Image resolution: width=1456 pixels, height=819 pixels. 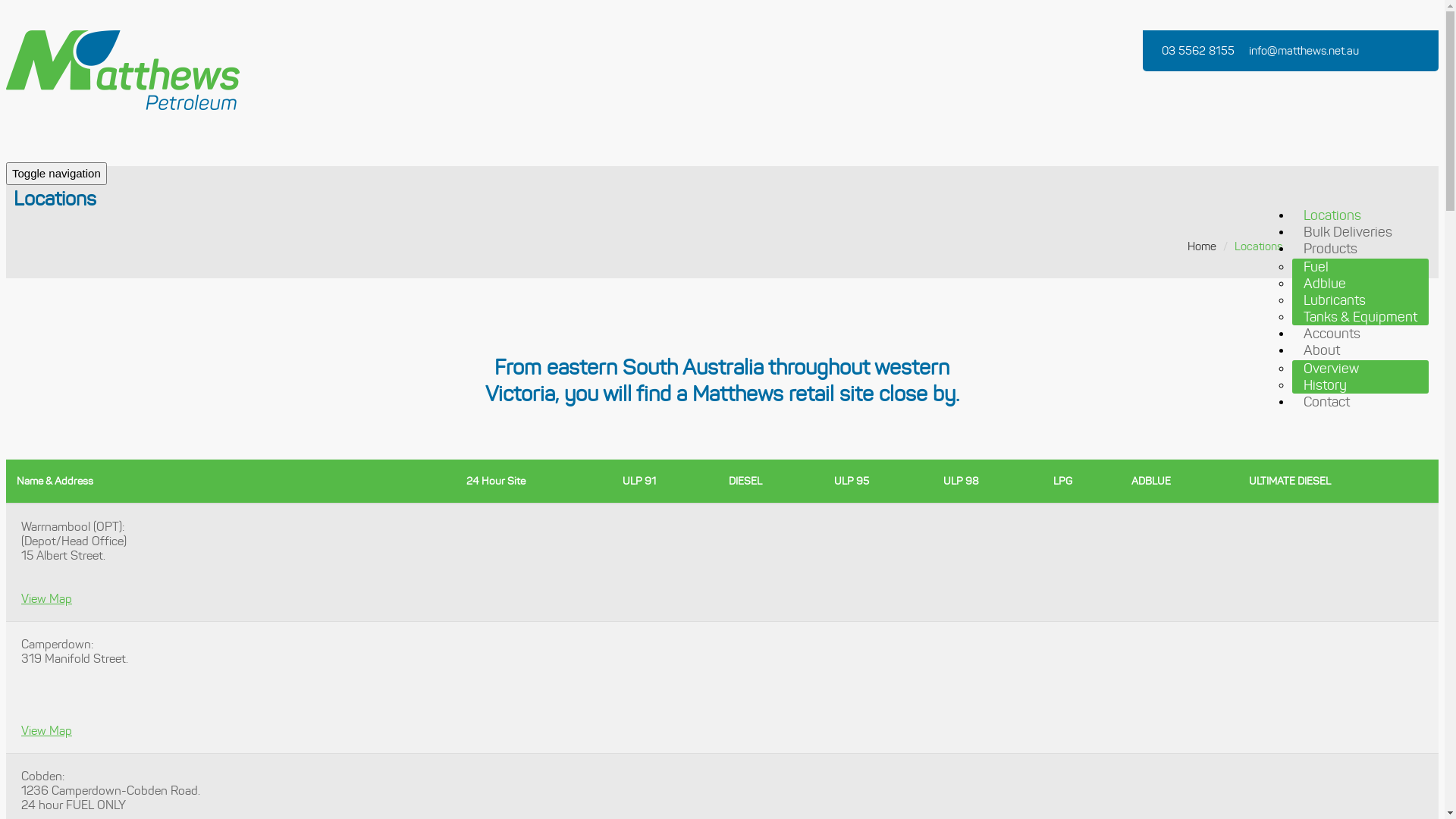 I want to click on 'History', so click(x=1324, y=384).